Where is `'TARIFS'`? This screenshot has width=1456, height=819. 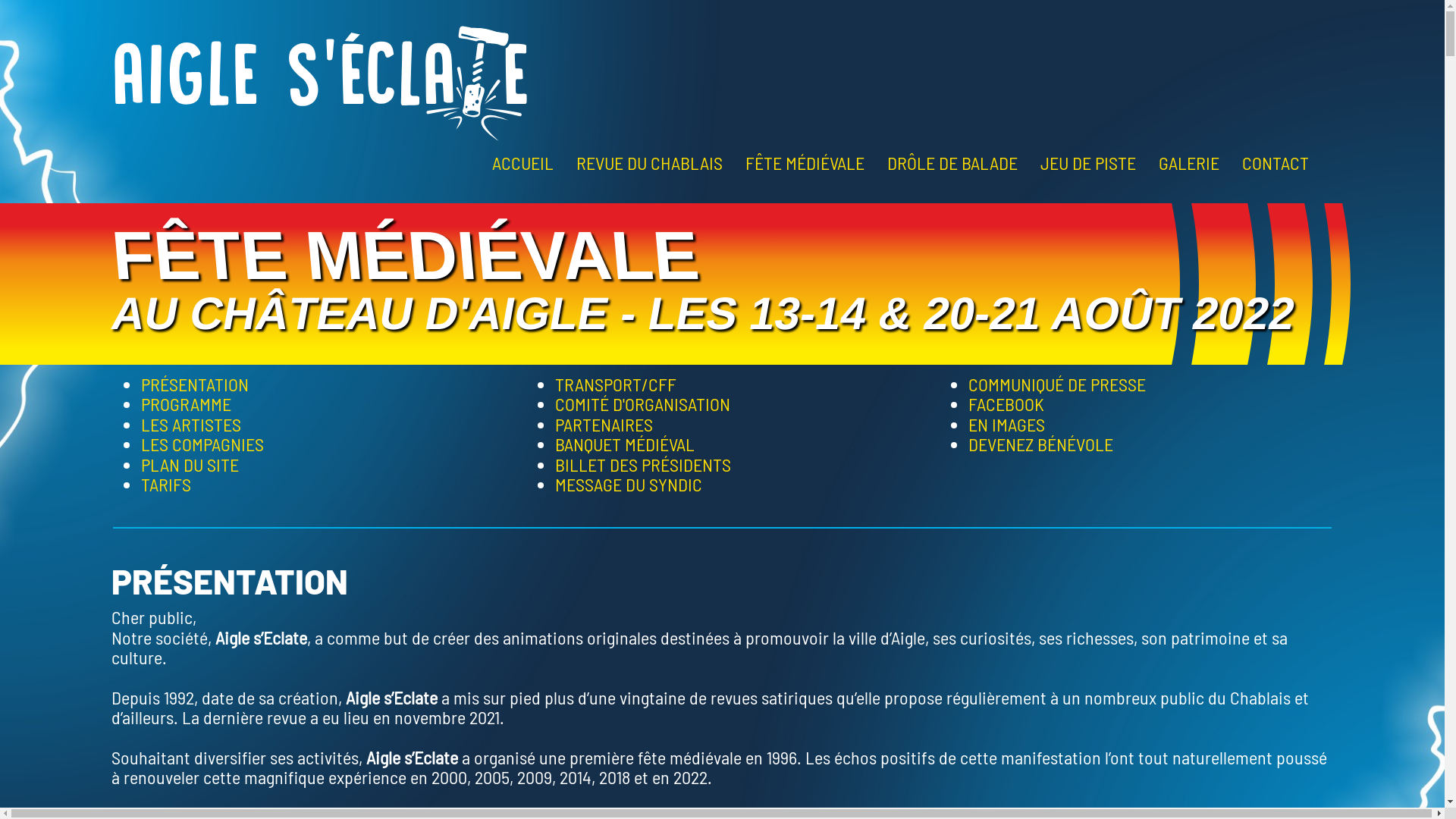
'TARIFS' is located at coordinates (166, 484).